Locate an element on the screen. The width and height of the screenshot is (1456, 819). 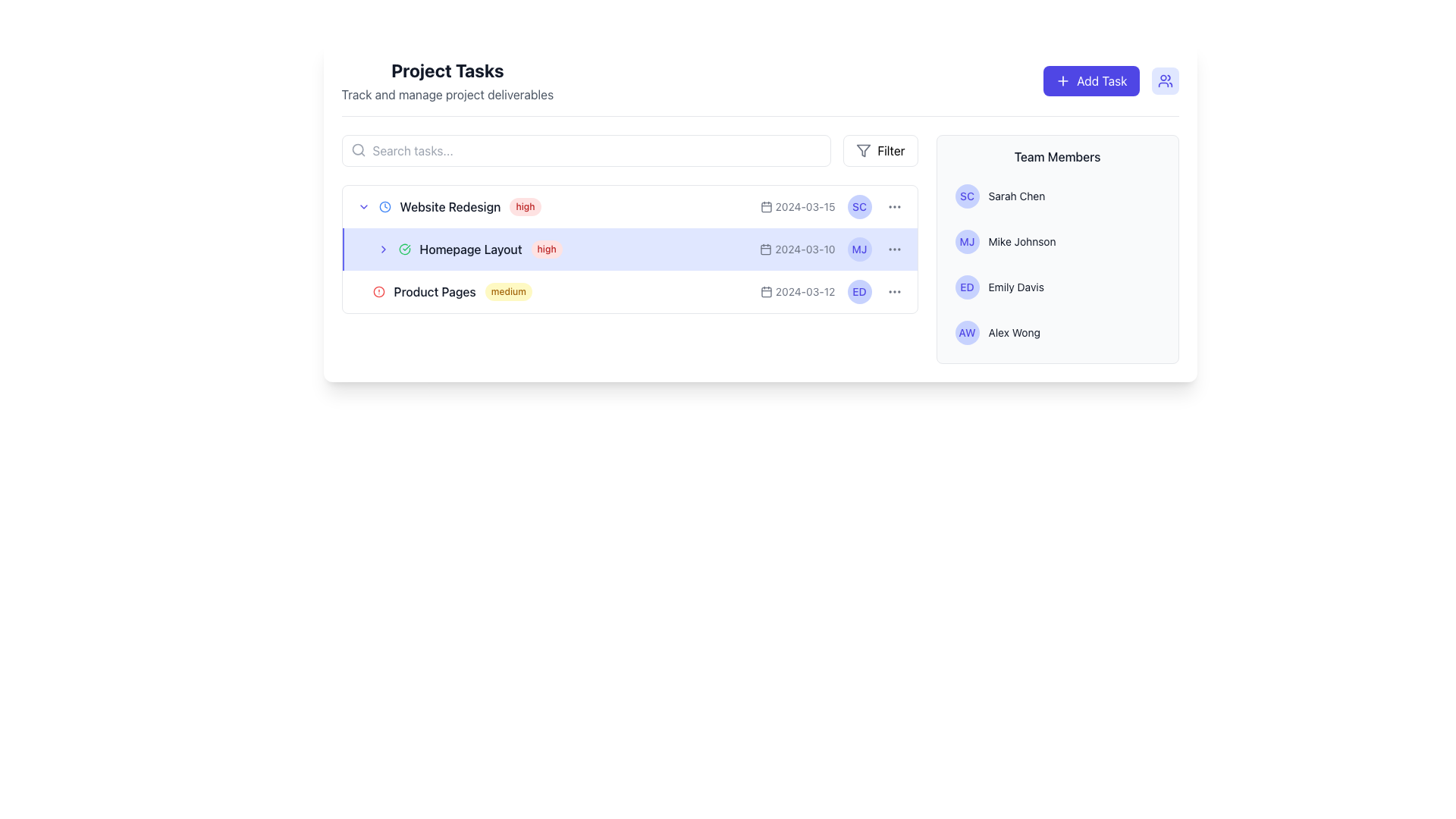
the List item that provides detailed information about the task titled 'Homepage Layout' is located at coordinates (629, 248).